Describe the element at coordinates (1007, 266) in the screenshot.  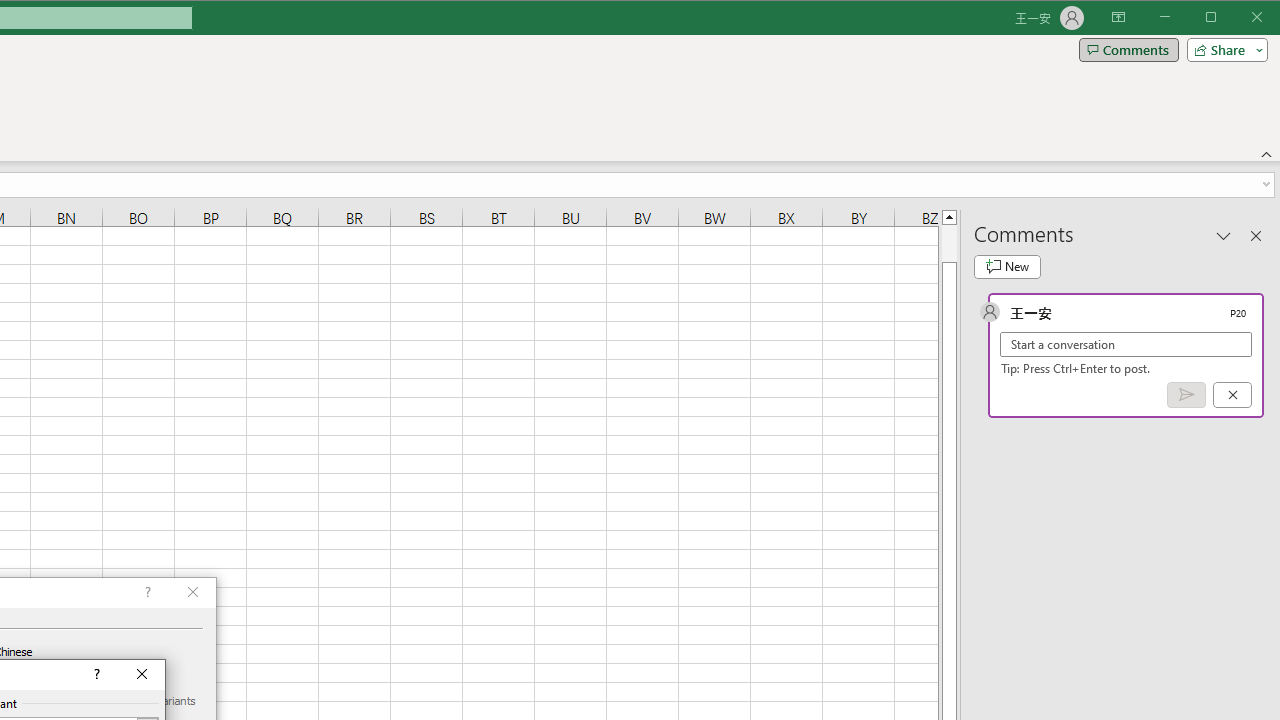
I see `'New comment'` at that location.